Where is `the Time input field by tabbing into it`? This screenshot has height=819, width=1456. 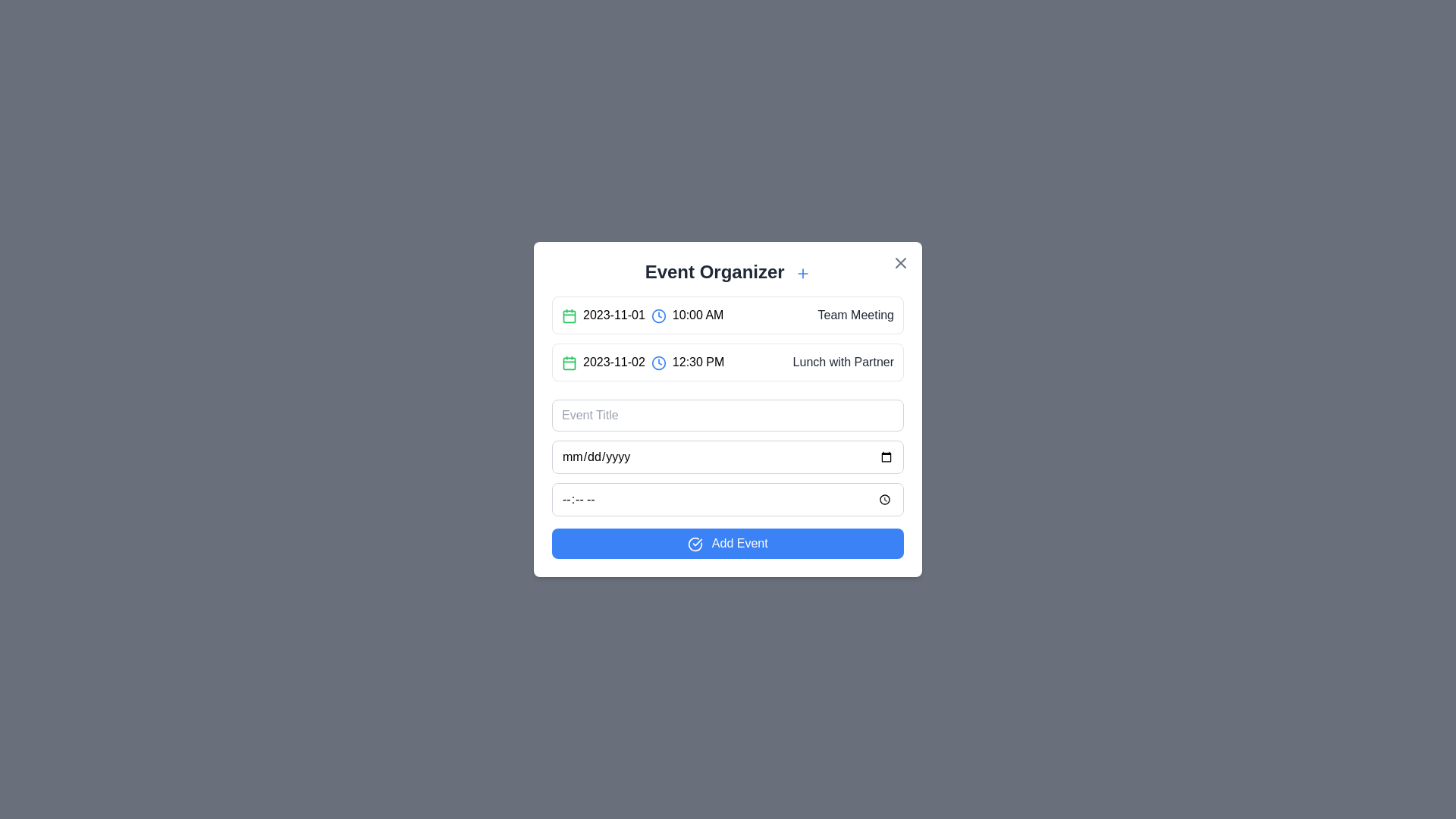
the Time input field by tabbing into it is located at coordinates (728, 500).